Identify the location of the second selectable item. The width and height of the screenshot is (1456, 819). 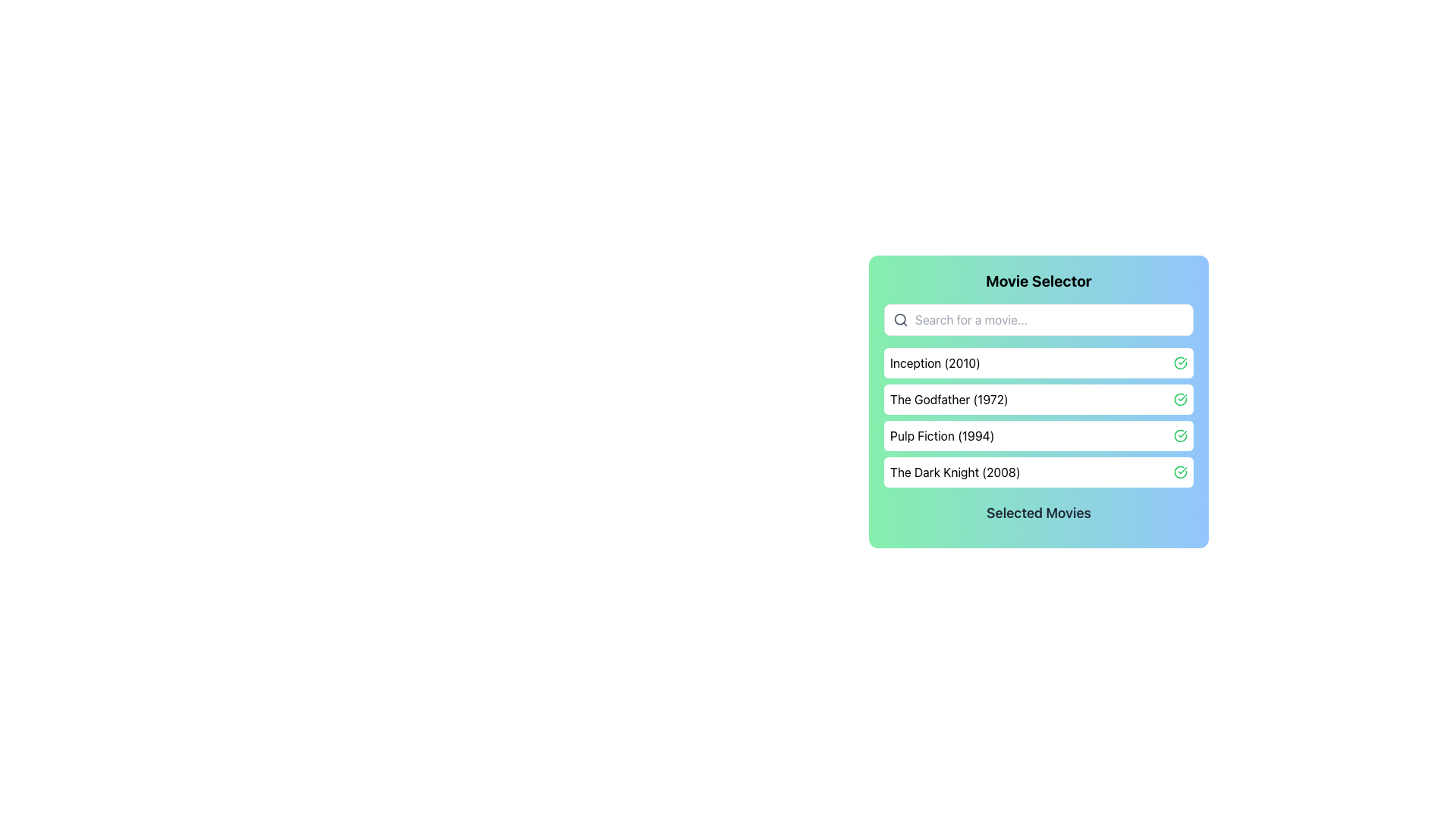
(1037, 400).